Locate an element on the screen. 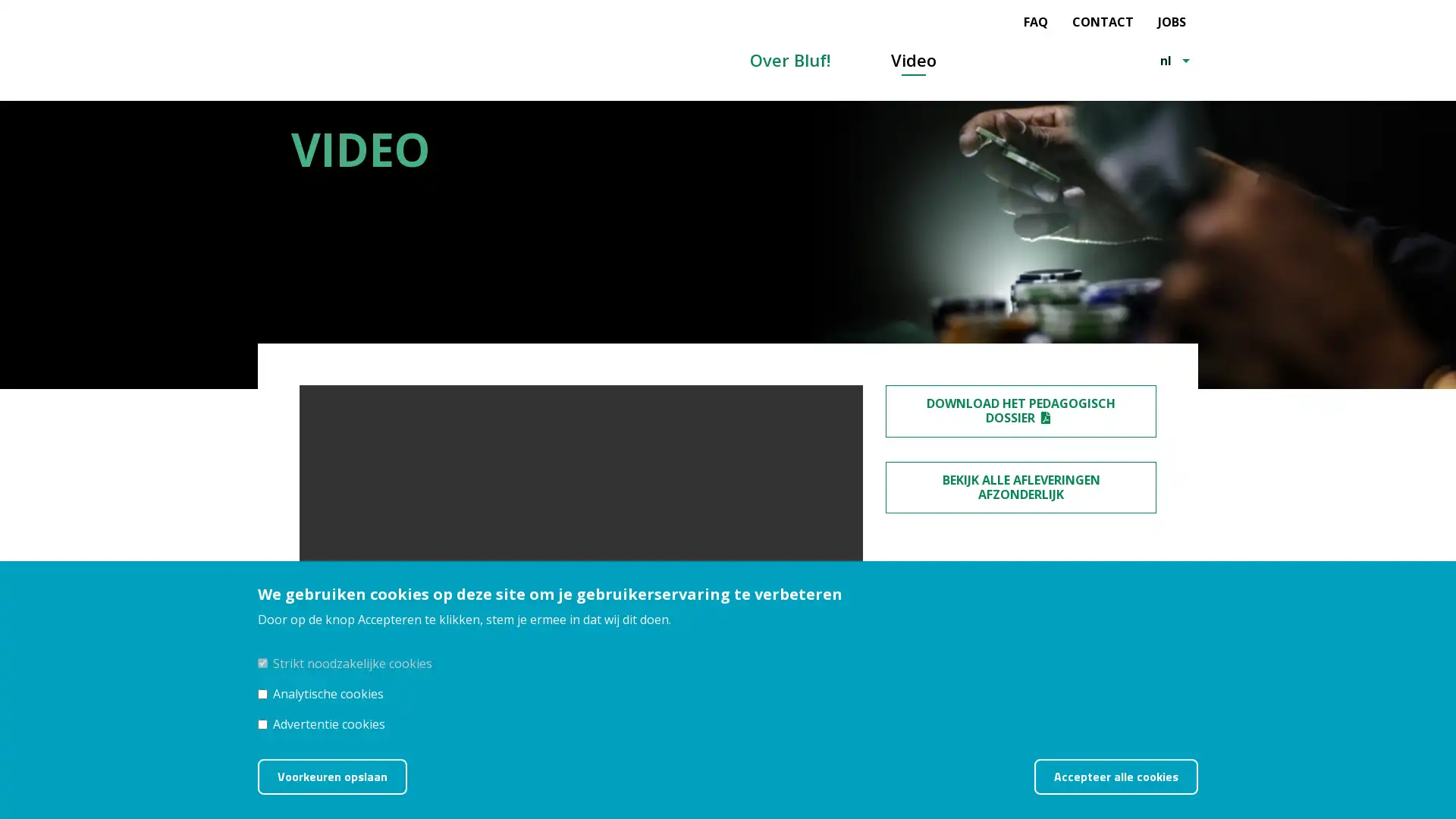  Voorkeuren opslaan is located at coordinates (331, 776).